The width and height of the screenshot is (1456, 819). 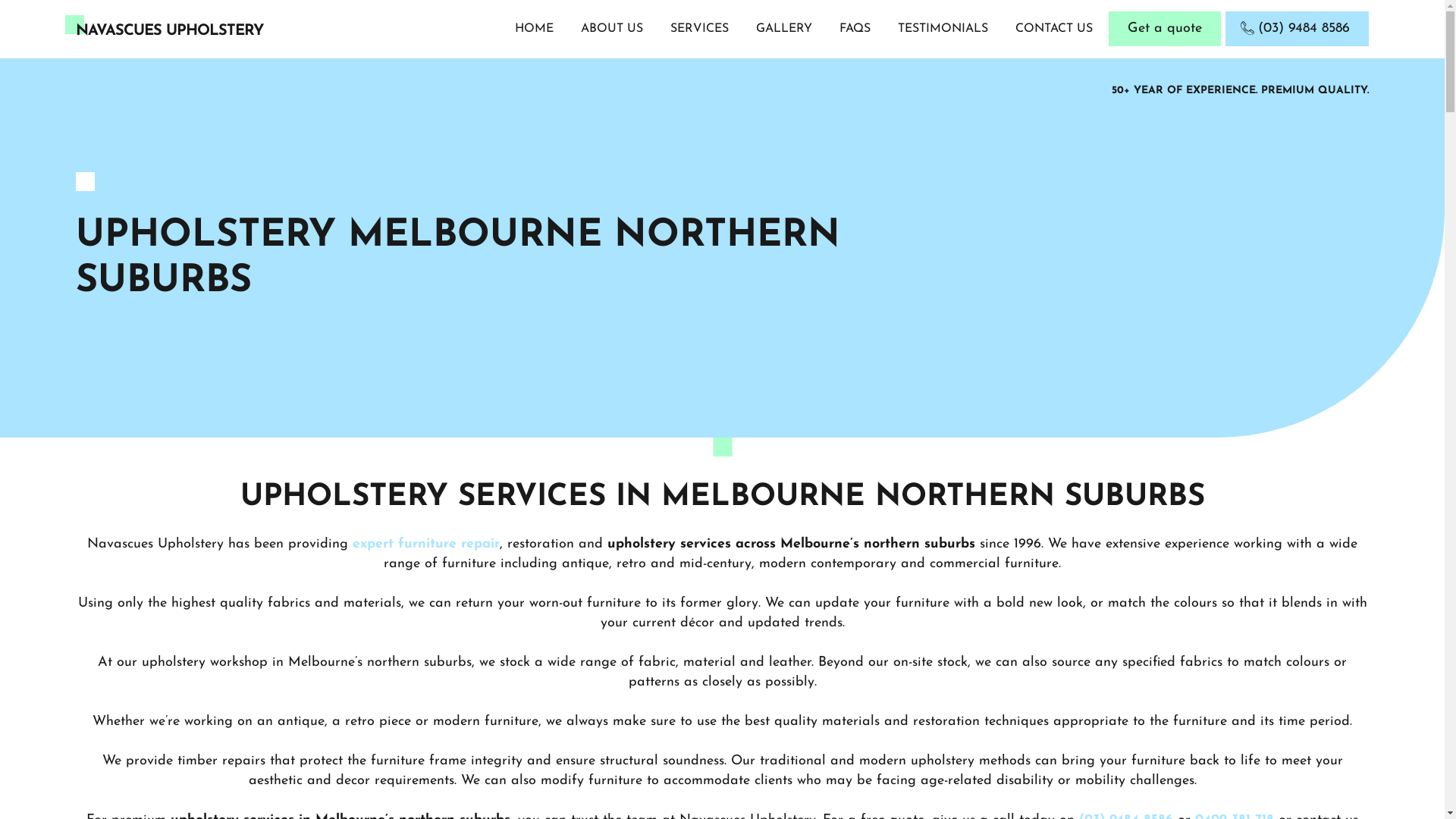 I want to click on 'TESTIMONIALS', so click(x=942, y=29).